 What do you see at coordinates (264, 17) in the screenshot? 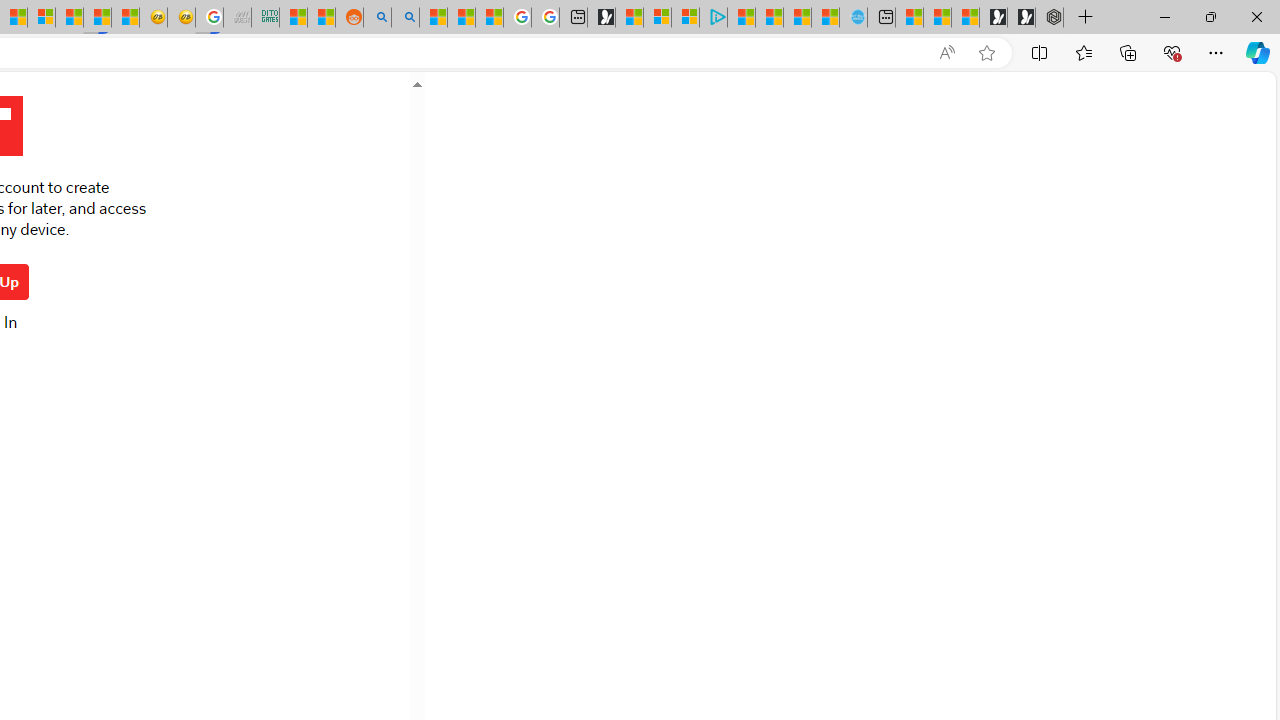
I see `'DITOGAMES AG Imprint'` at bounding box center [264, 17].